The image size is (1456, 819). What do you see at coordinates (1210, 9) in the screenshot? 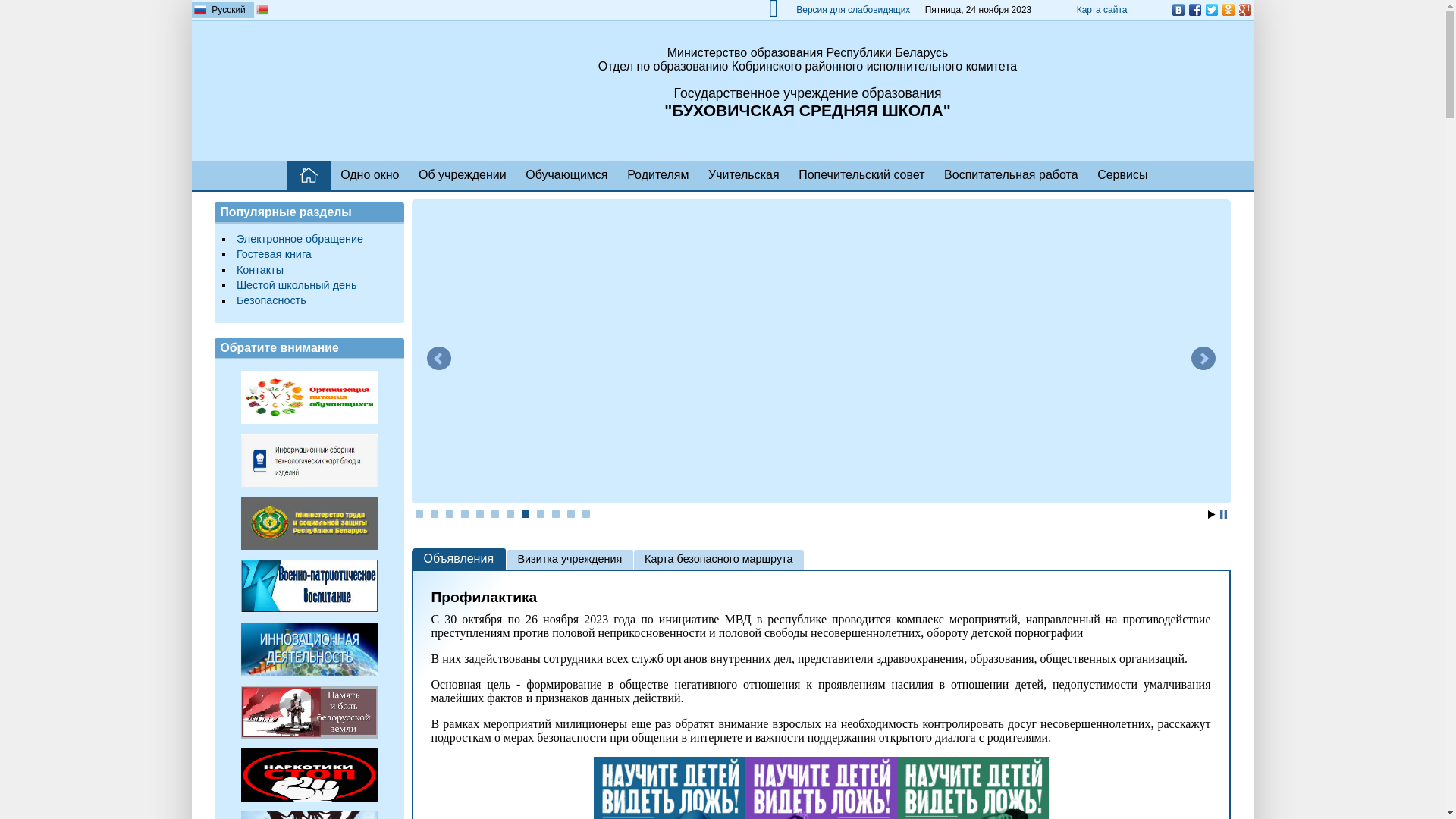
I see `'Twitter'` at bounding box center [1210, 9].